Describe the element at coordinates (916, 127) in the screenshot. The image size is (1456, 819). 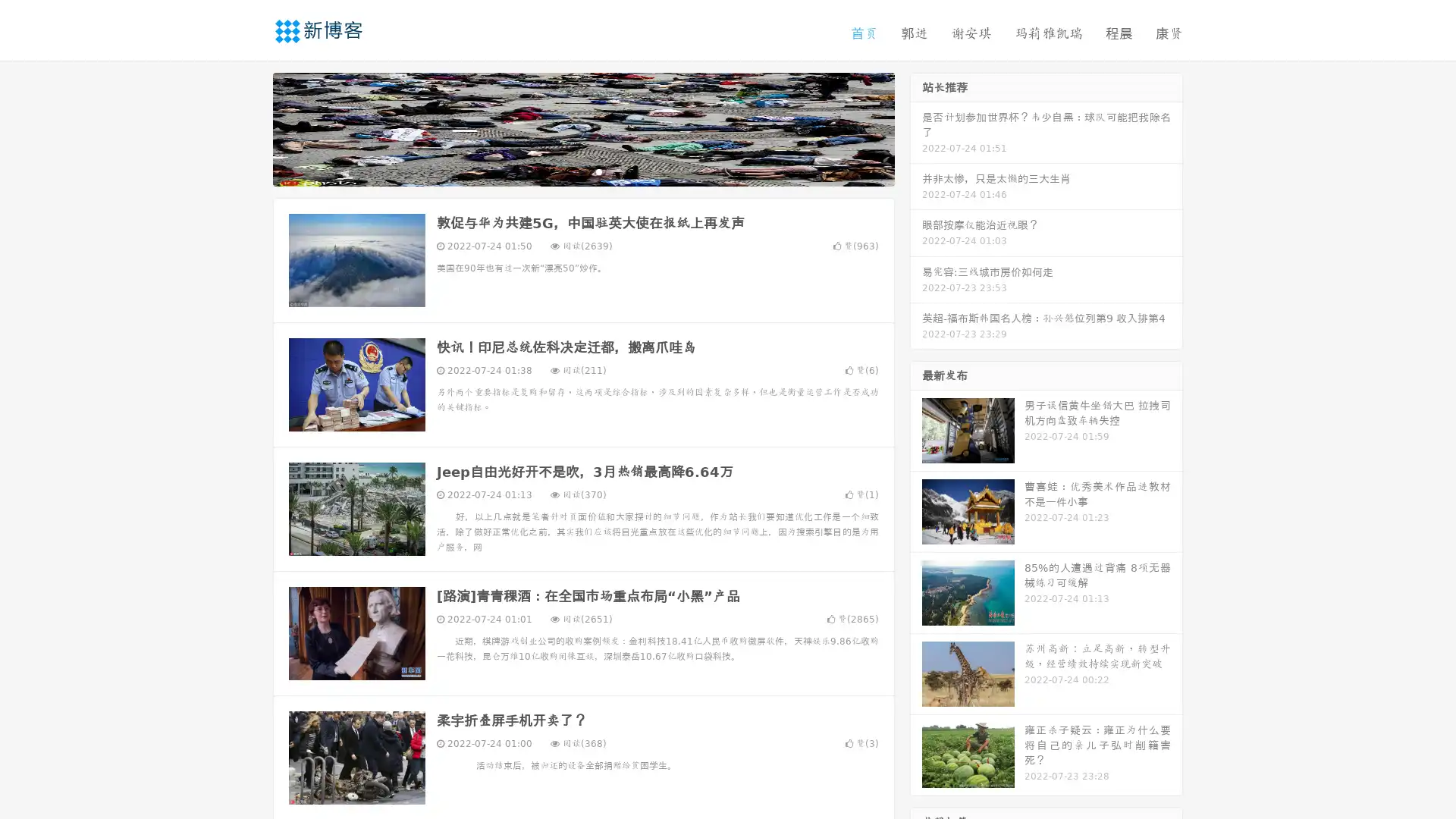
I see `Next slide` at that location.